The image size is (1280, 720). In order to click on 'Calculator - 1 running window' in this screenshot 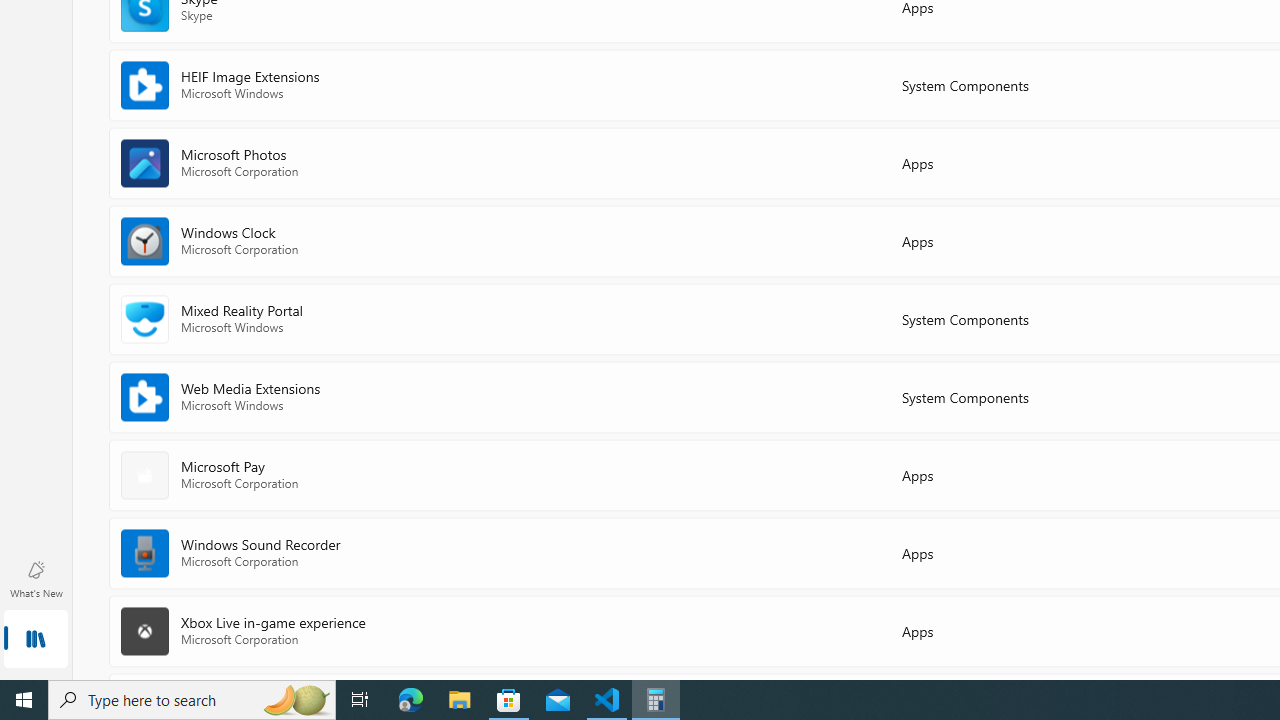, I will do `click(656, 698)`.